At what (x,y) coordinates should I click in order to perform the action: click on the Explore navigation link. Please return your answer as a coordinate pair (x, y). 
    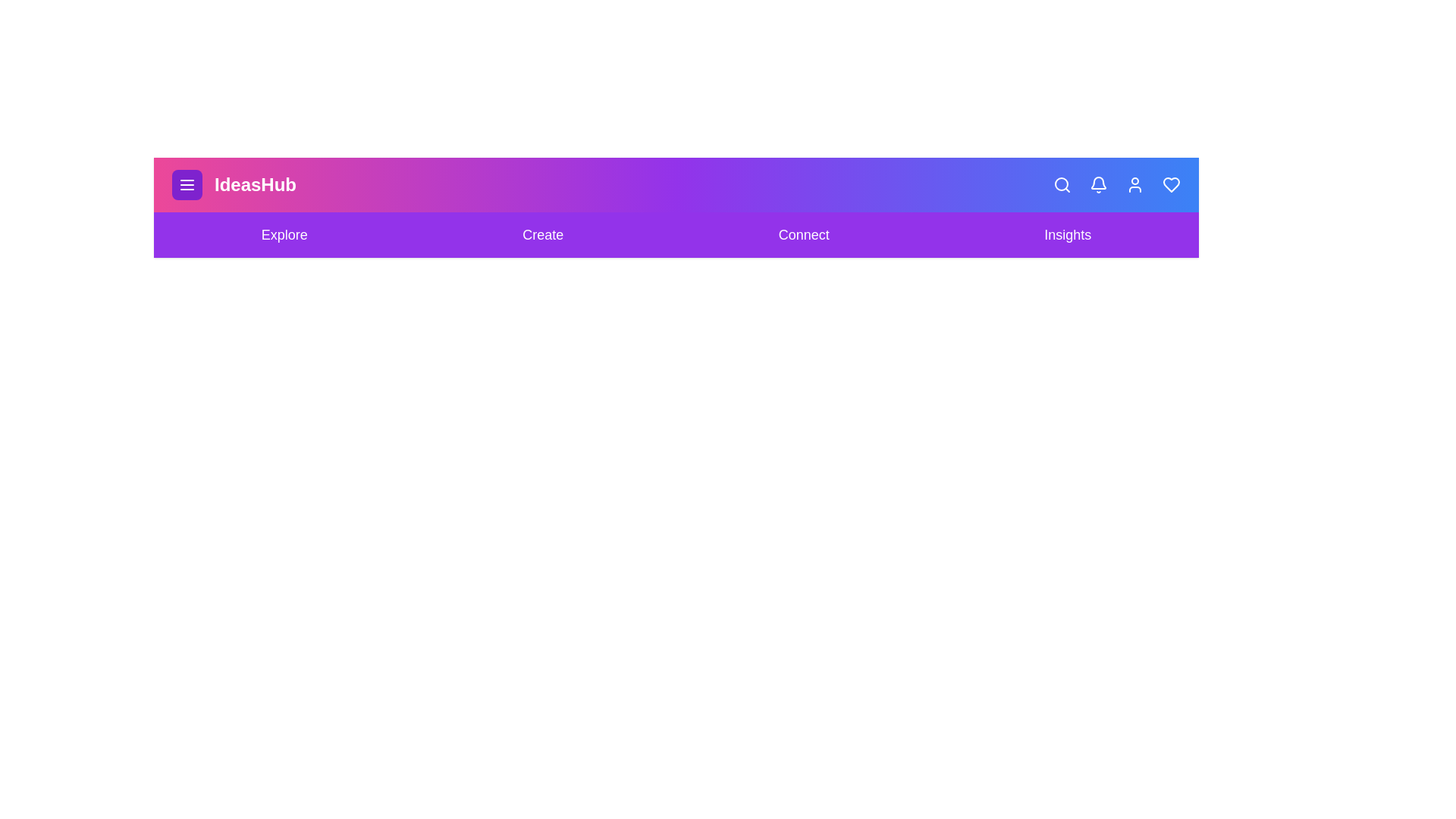
    Looking at the image, I should click on (284, 234).